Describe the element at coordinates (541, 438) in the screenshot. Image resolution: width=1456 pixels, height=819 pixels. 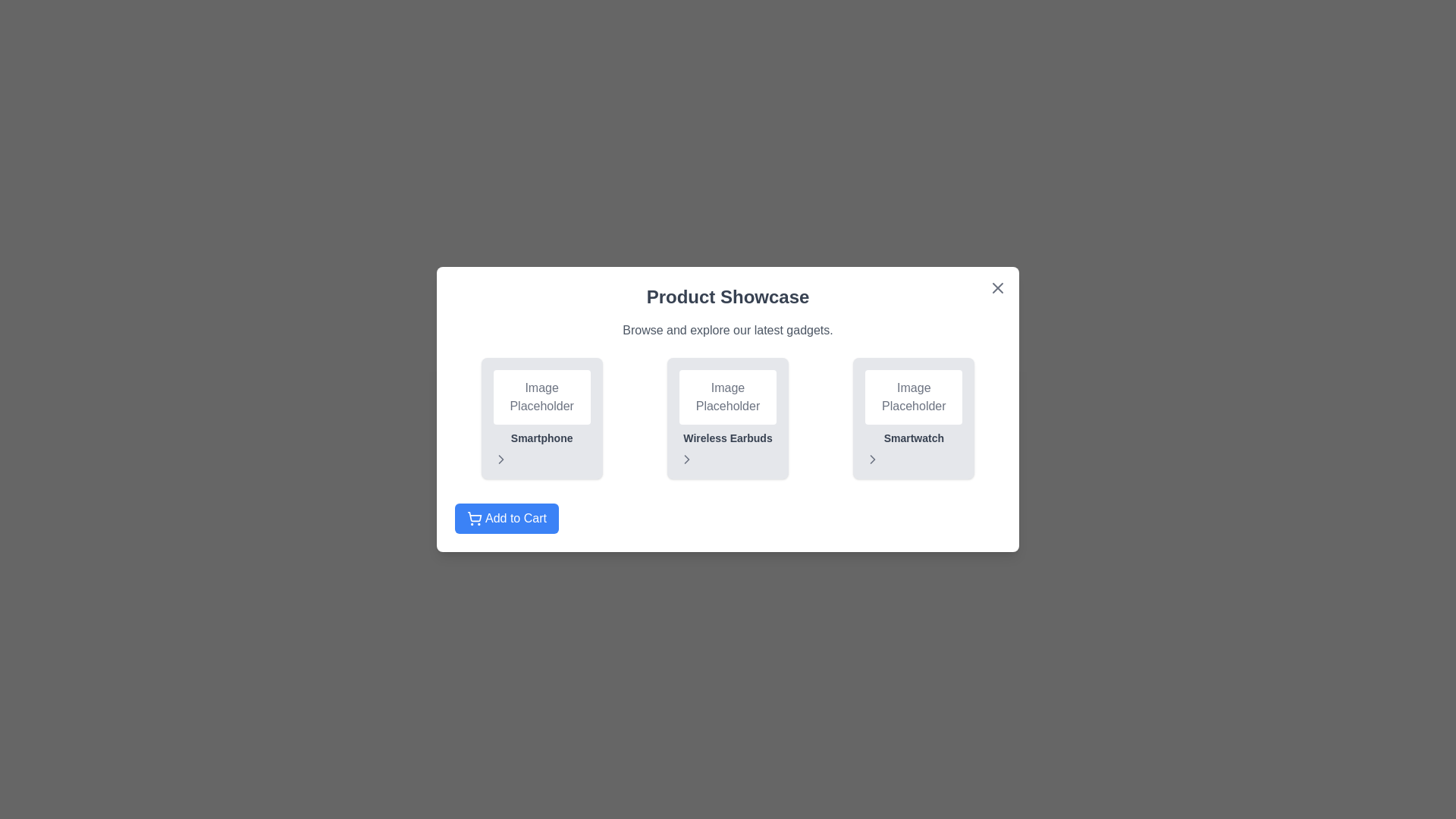
I see `the text label displaying 'Smartphone' located below the image placeholder in the card component` at that location.